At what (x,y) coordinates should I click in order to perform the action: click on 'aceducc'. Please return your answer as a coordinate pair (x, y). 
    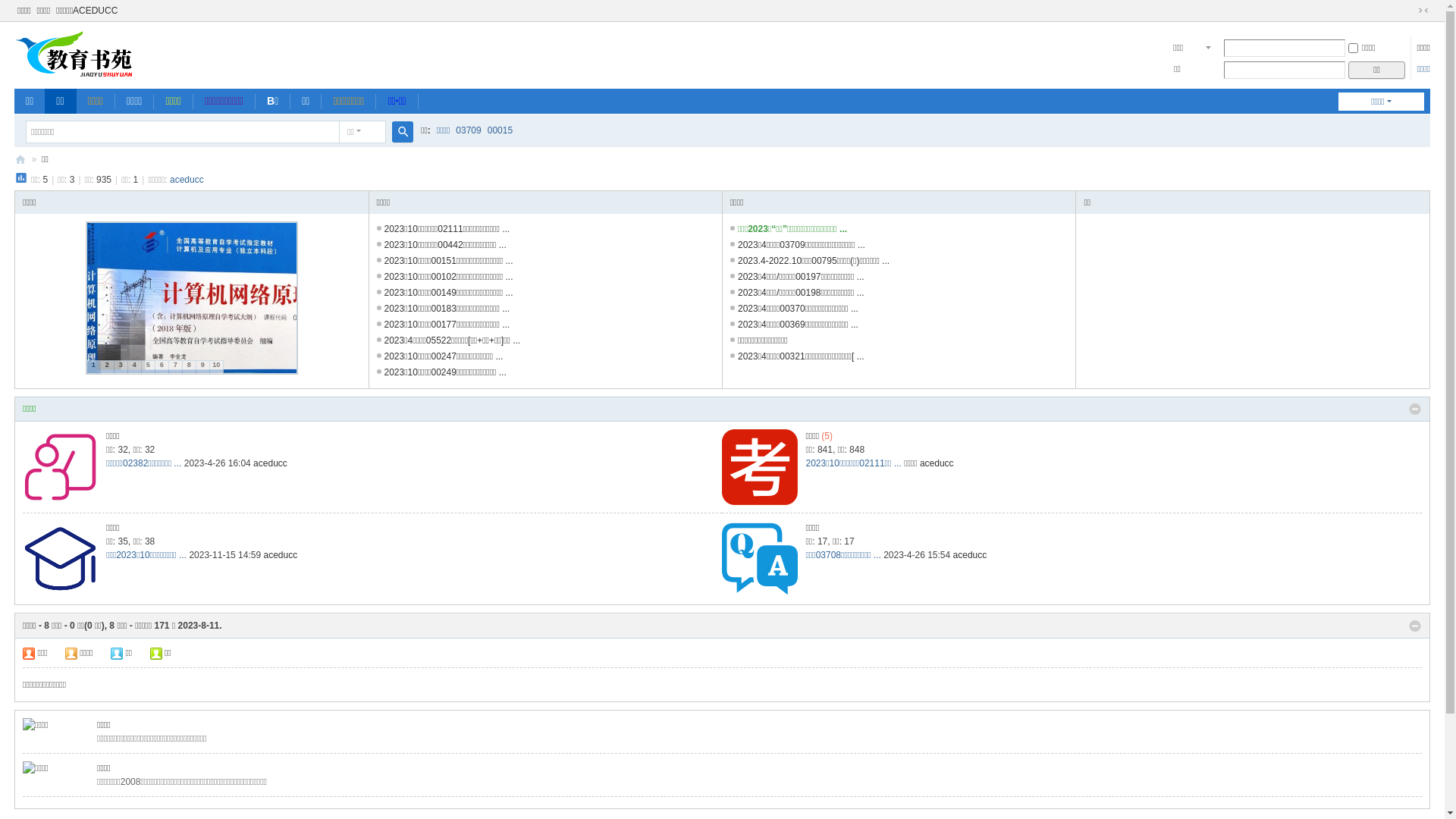
    Looking at the image, I should click on (170, 178).